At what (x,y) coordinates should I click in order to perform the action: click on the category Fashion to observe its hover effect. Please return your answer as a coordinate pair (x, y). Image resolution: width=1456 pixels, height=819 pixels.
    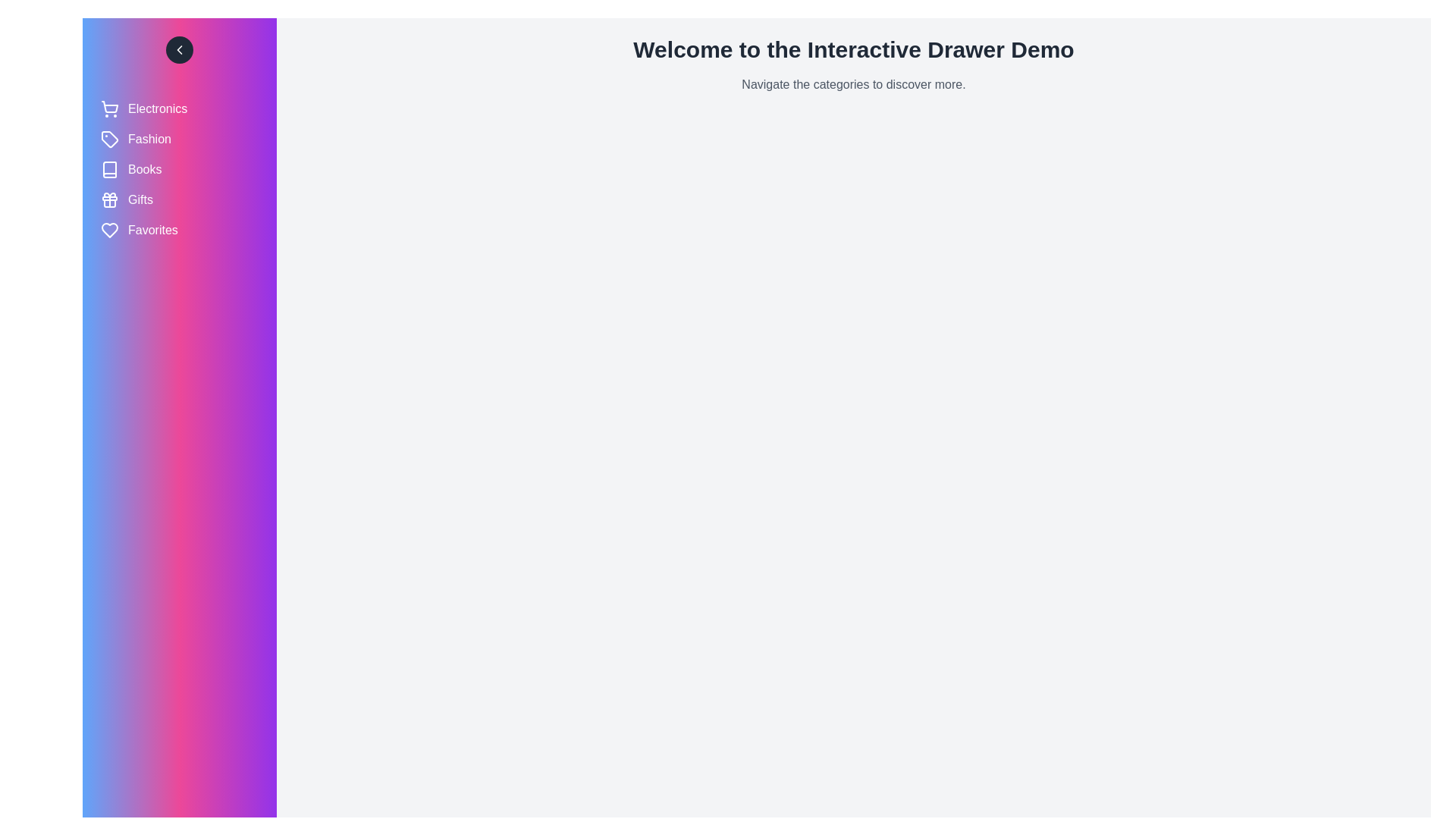
    Looking at the image, I should click on (179, 140).